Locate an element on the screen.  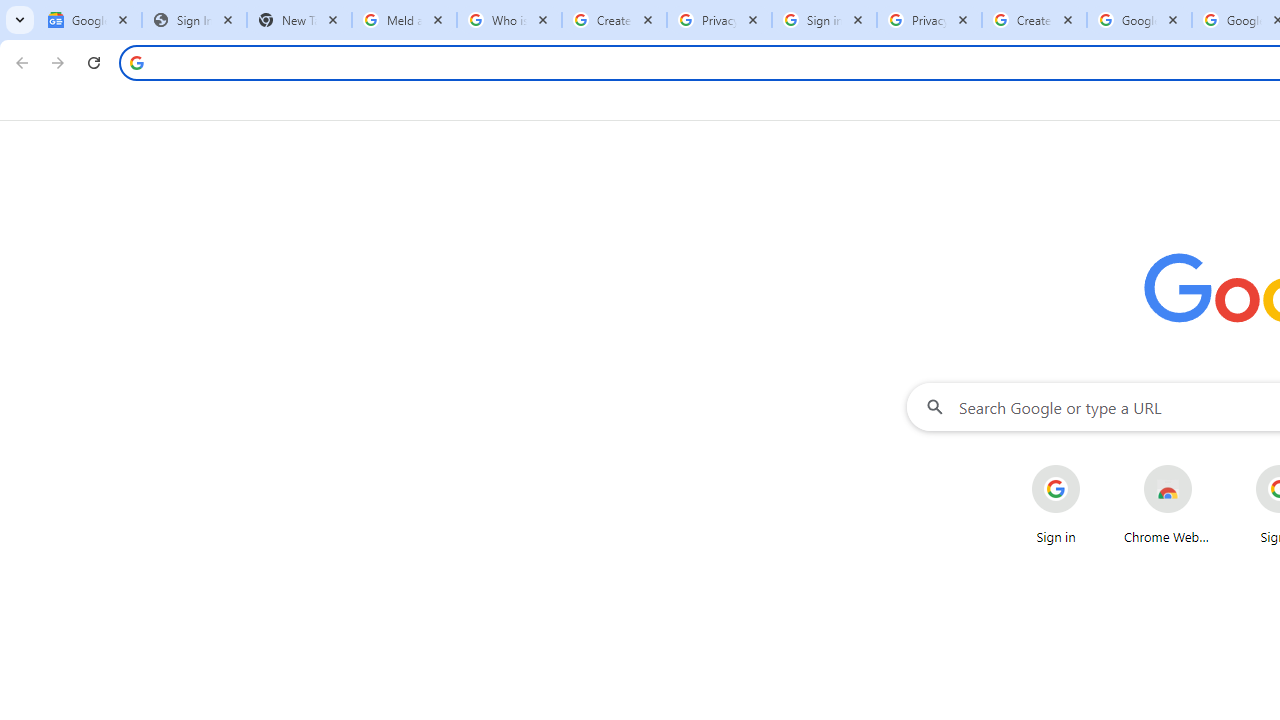
'New Tab' is located at coordinates (298, 20).